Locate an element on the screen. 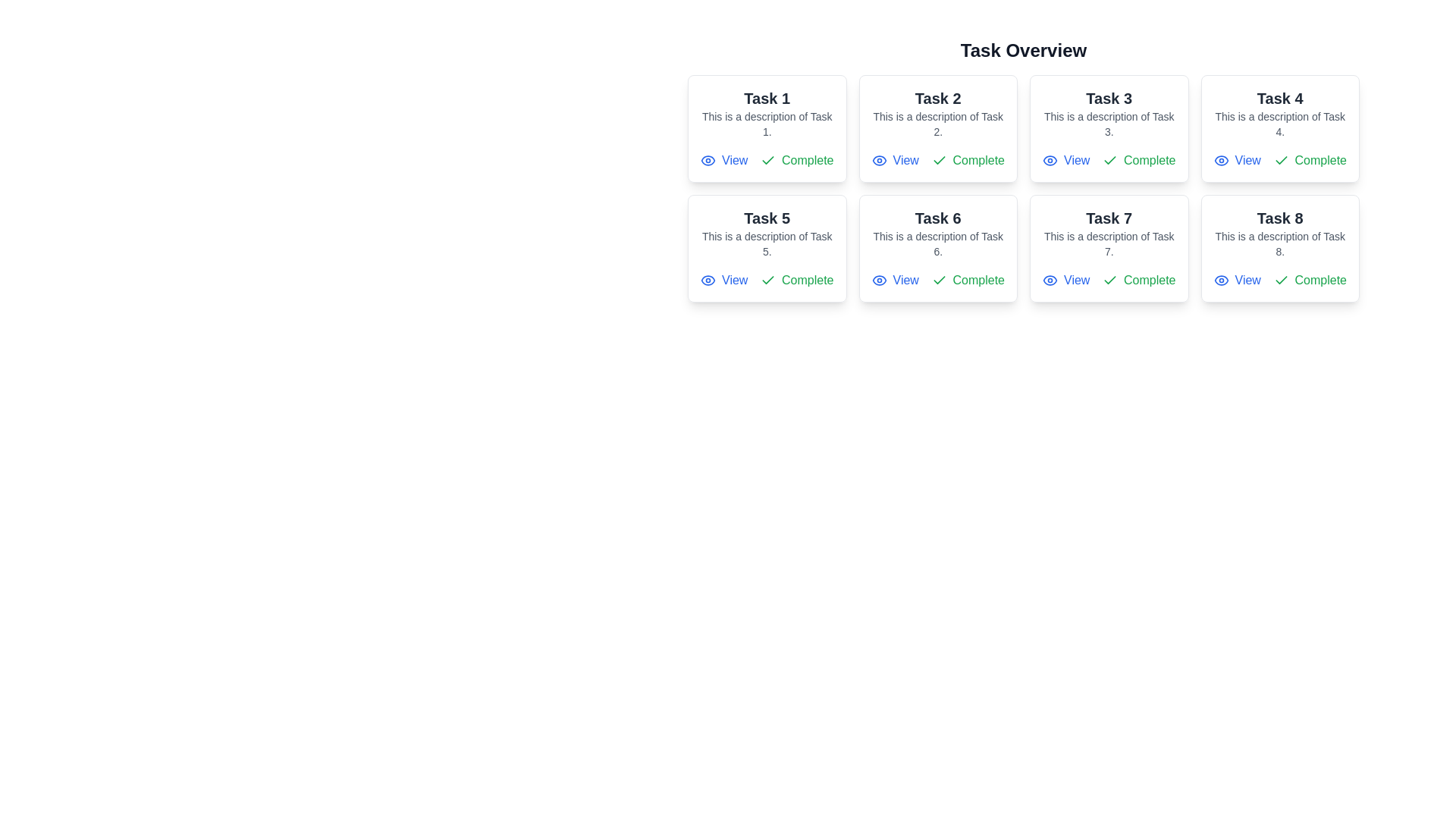 Image resolution: width=1456 pixels, height=819 pixels. the Button Group containing 'View' and 'Complete' actions, located at the bottom-right corner of the 'Task 3' card is located at coordinates (1109, 161).